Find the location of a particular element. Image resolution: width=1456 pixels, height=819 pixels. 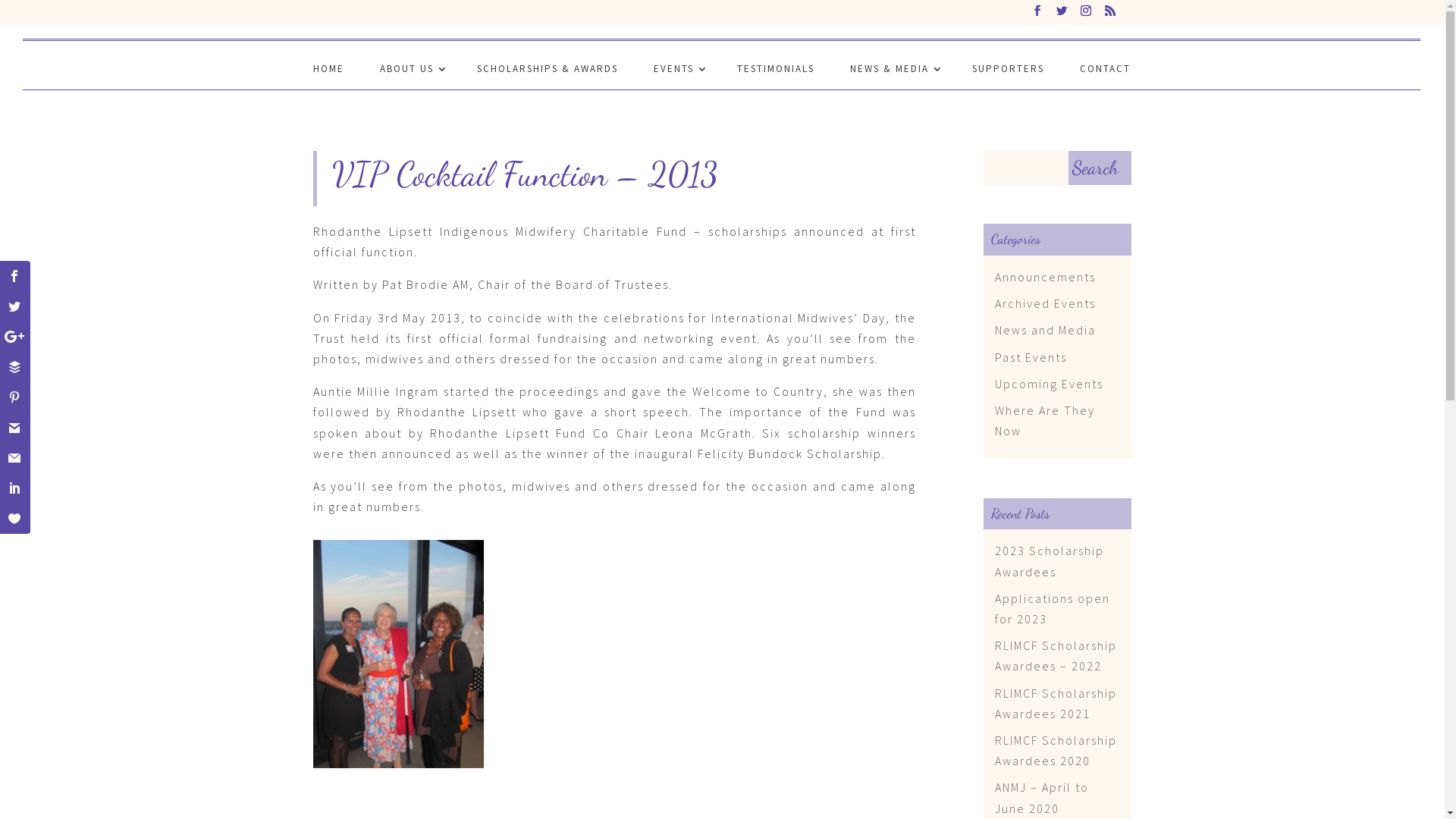

'Archived Events' is located at coordinates (1044, 303).